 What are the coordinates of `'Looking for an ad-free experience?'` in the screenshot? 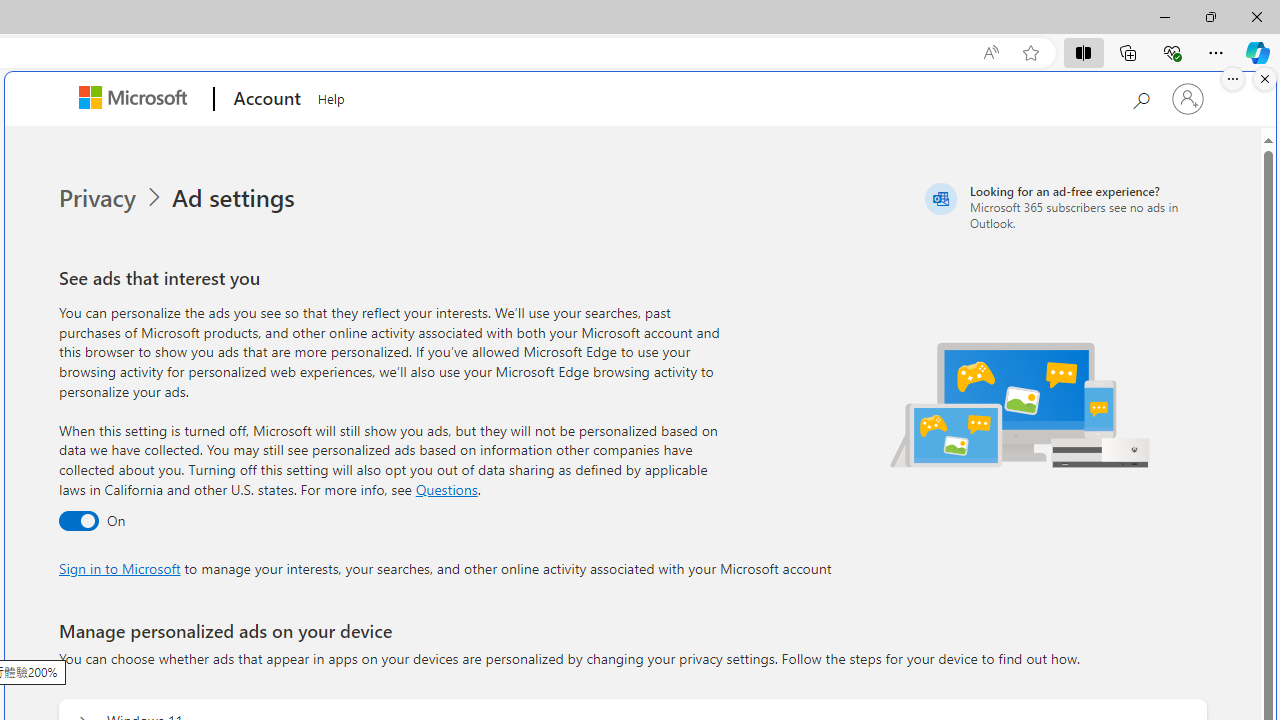 It's located at (1062, 206).